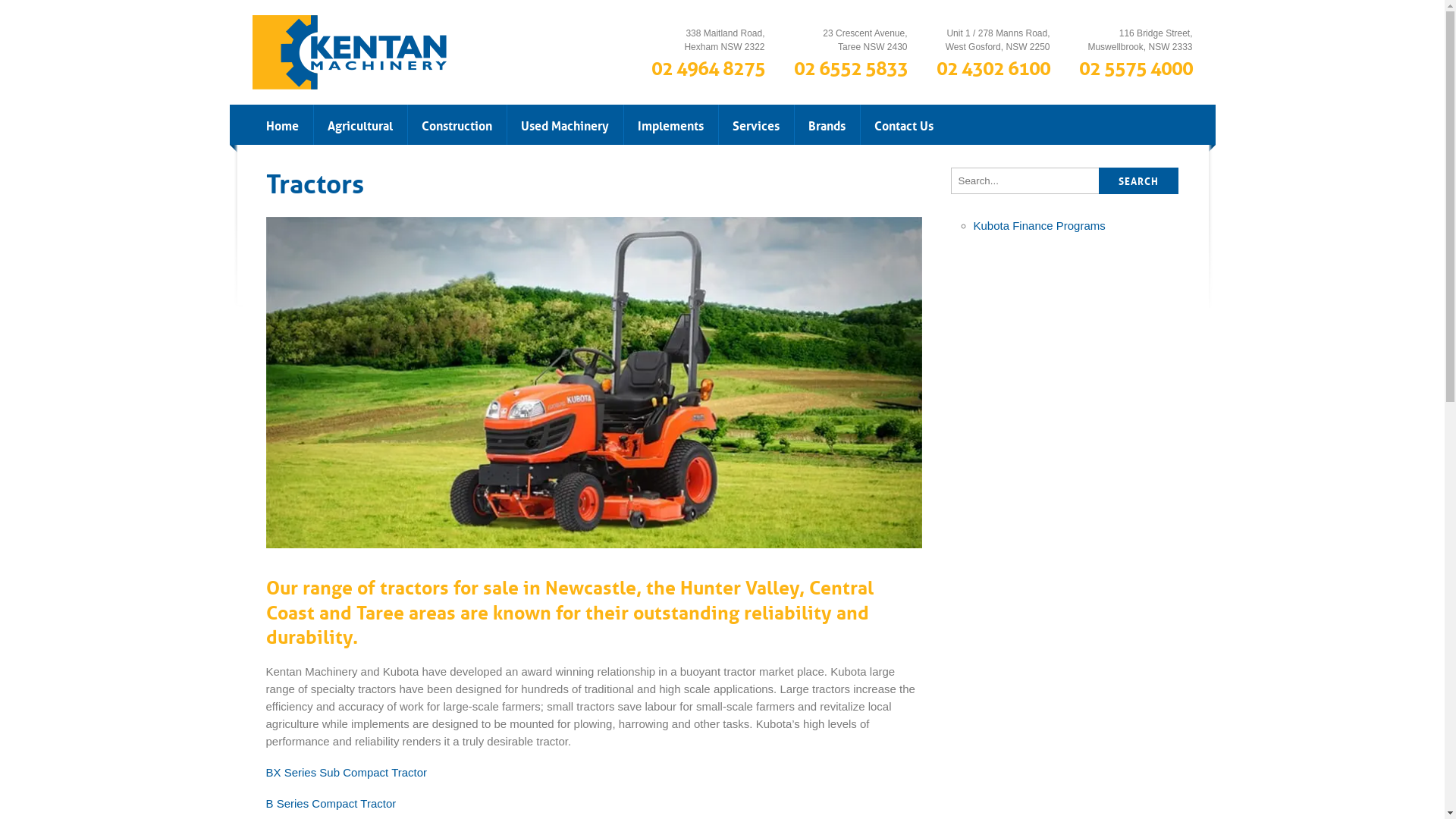 The width and height of the screenshot is (1456, 819). Describe the element at coordinates (993, 65) in the screenshot. I see `'02 4302 6100'` at that location.